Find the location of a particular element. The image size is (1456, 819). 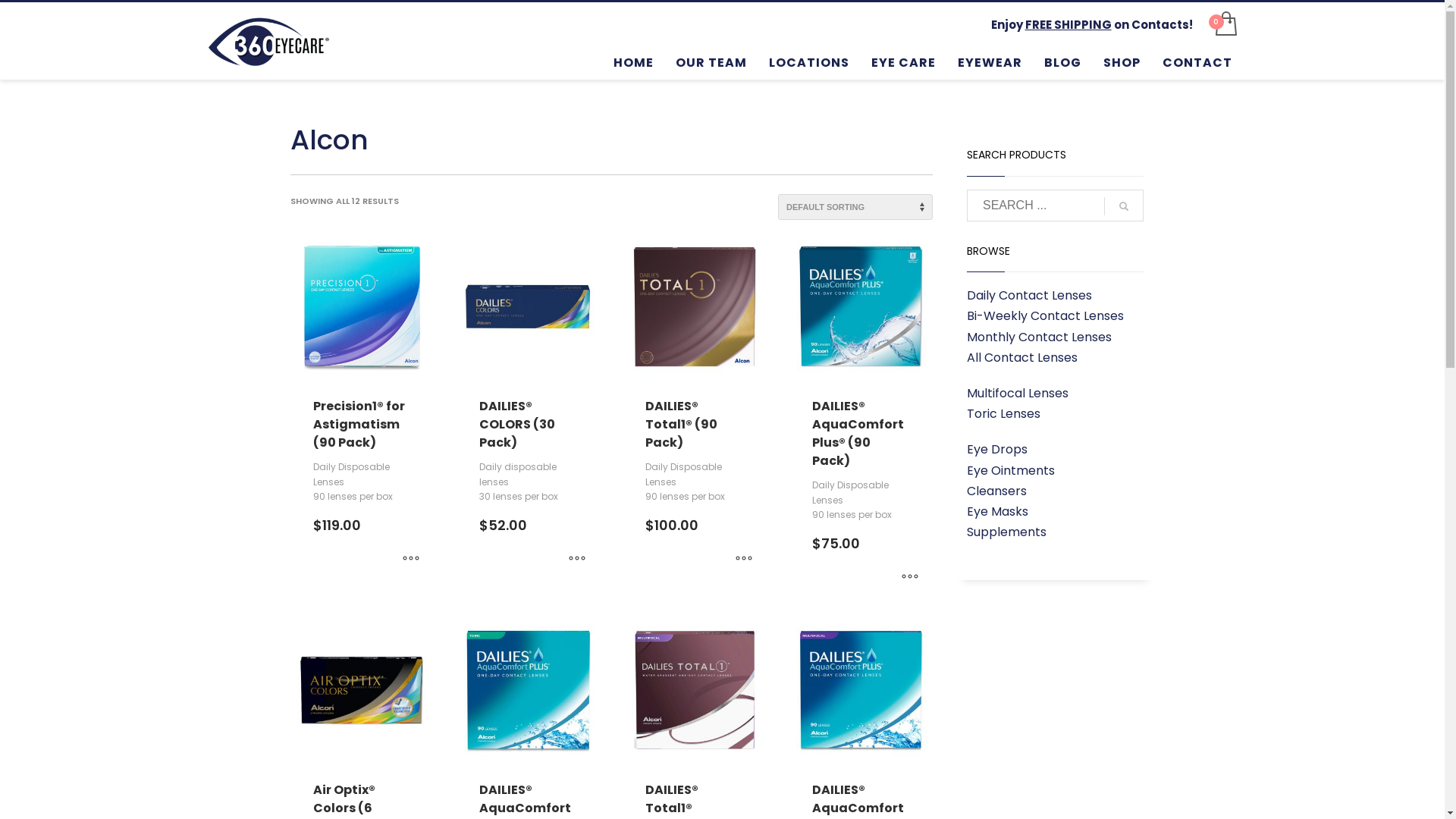

'EYEWEAR' is located at coordinates (990, 61).